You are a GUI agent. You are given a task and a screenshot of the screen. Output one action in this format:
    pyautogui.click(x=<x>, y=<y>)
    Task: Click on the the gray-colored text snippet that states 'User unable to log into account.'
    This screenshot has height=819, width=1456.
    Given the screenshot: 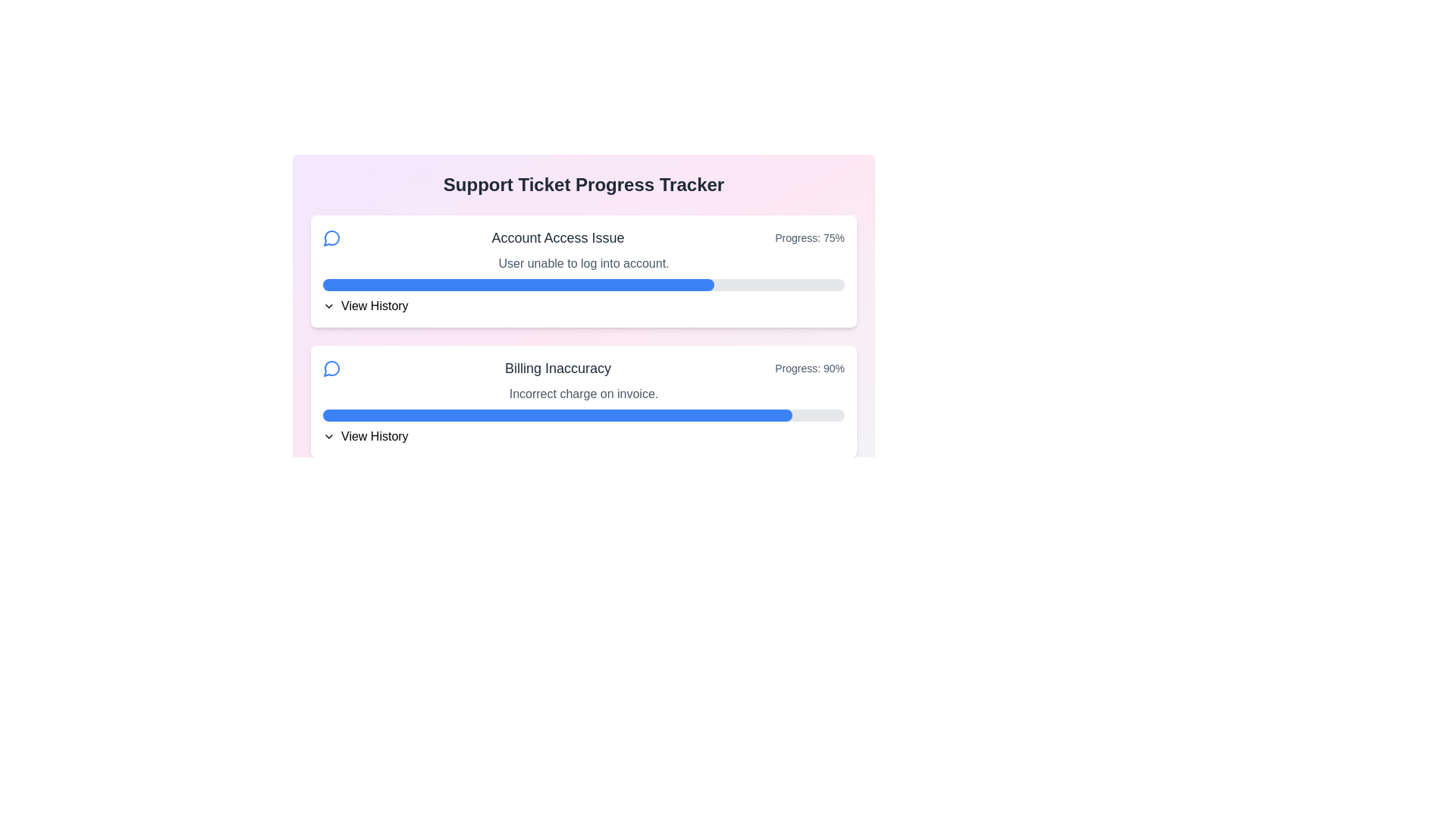 What is the action you would take?
    pyautogui.click(x=582, y=262)
    